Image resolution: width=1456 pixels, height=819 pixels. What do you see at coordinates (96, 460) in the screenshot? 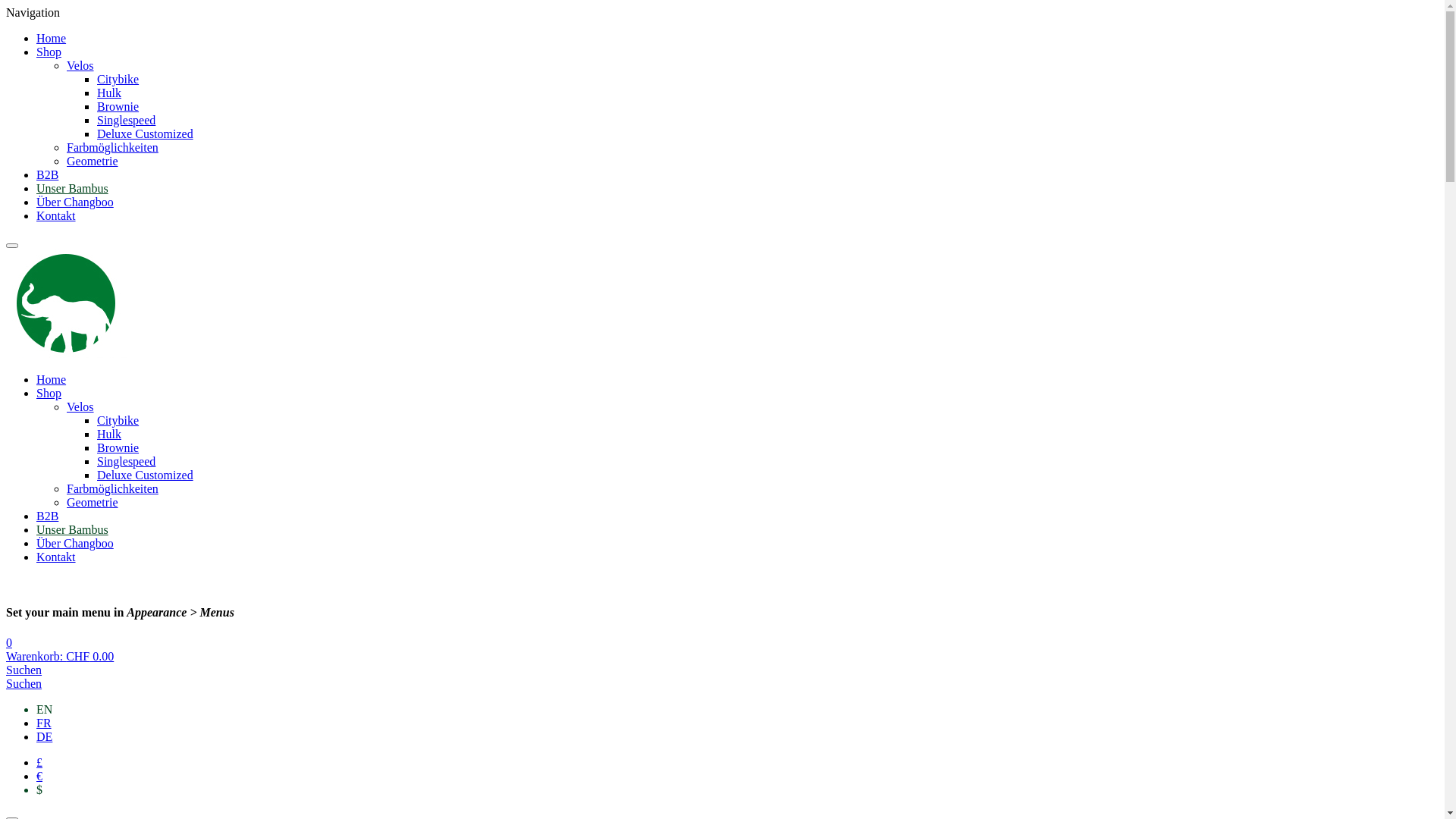
I see `'Singlespeed'` at bounding box center [96, 460].